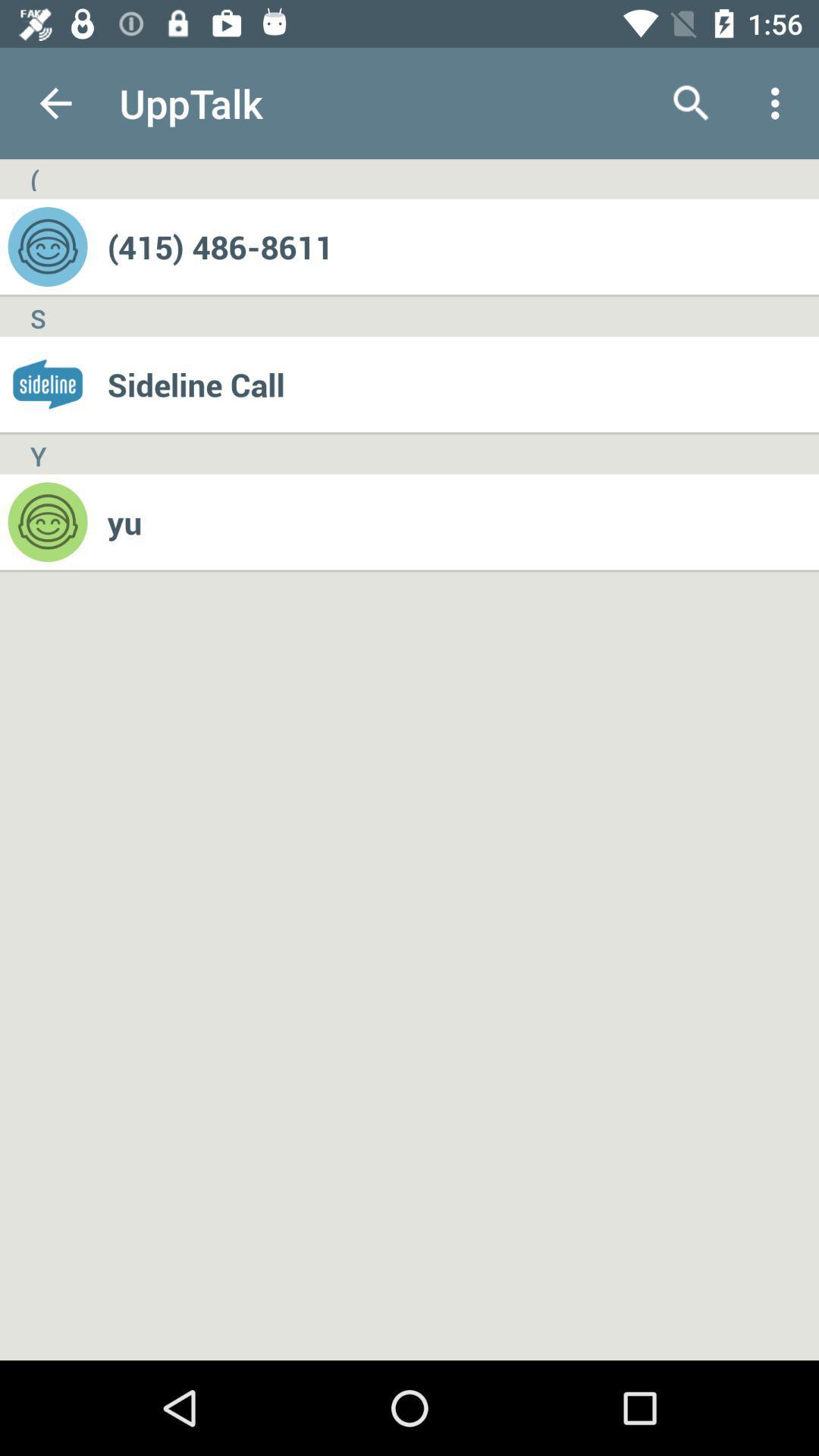  What do you see at coordinates (462, 246) in the screenshot?
I see `(415) 486-8611 icon` at bounding box center [462, 246].